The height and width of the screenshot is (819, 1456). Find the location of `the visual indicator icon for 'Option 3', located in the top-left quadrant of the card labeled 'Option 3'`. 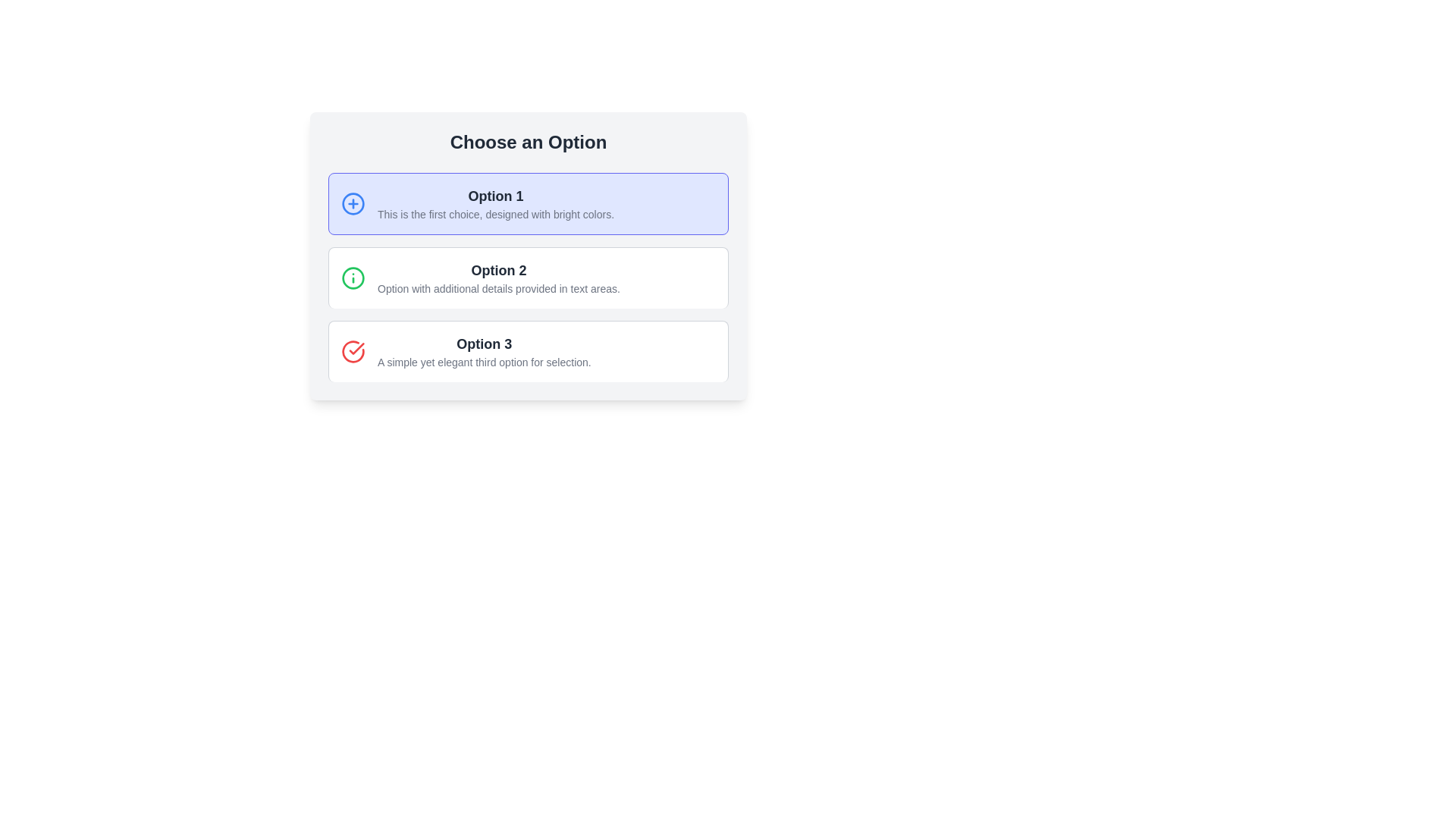

the visual indicator icon for 'Option 3', located in the top-left quadrant of the card labeled 'Option 3' is located at coordinates (352, 351).